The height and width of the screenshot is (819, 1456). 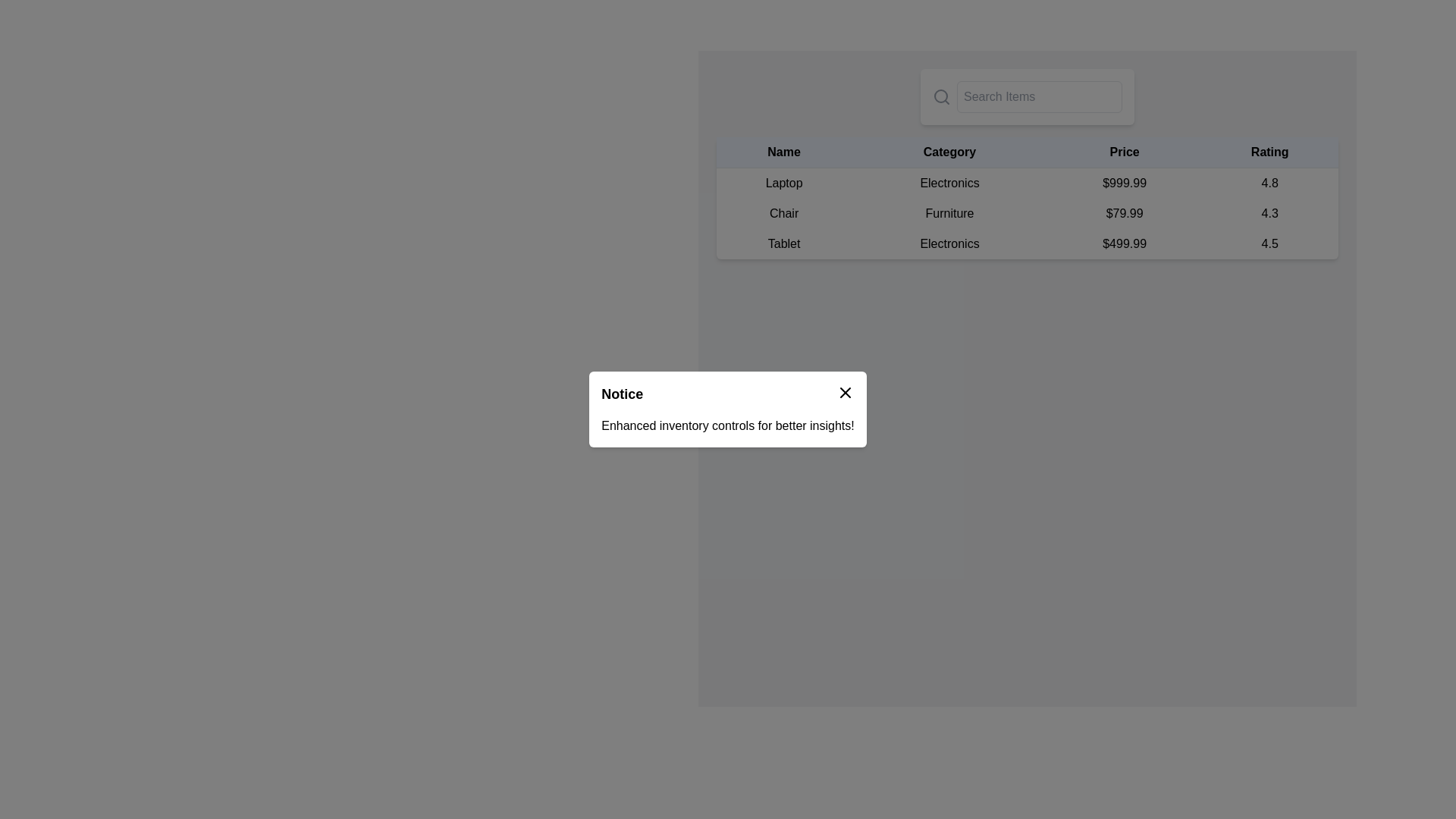 What do you see at coordinates (1125, 213) in the screenshot?
I see `the price label for the product 'Chair' in the second row of the table` at bounding box center [1125, 213].